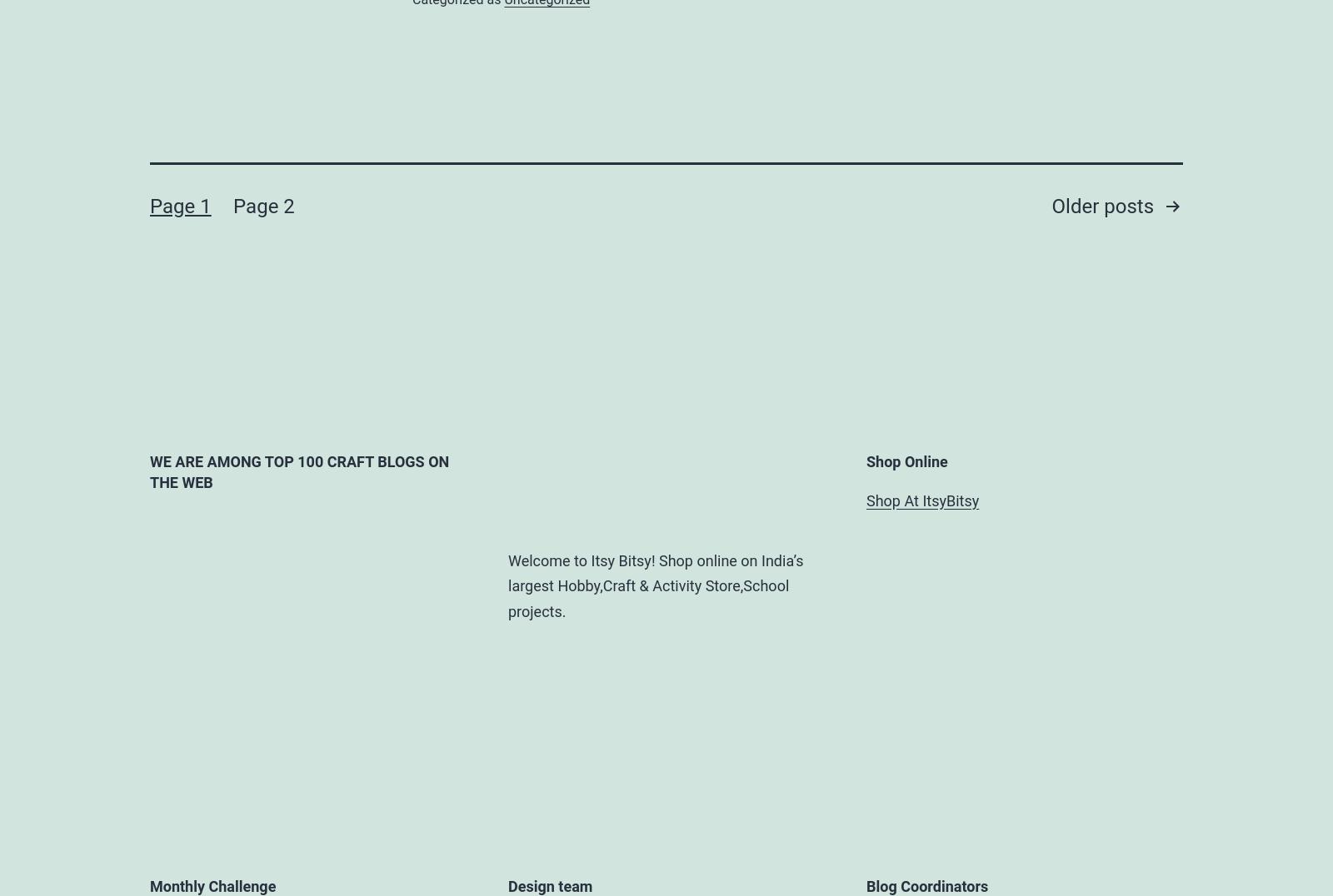 The height and width of the screenshot is (896, 1333). Describe the element at coordinates (906, 460) in the screenshot. I see `'Shop Online'` at that location.